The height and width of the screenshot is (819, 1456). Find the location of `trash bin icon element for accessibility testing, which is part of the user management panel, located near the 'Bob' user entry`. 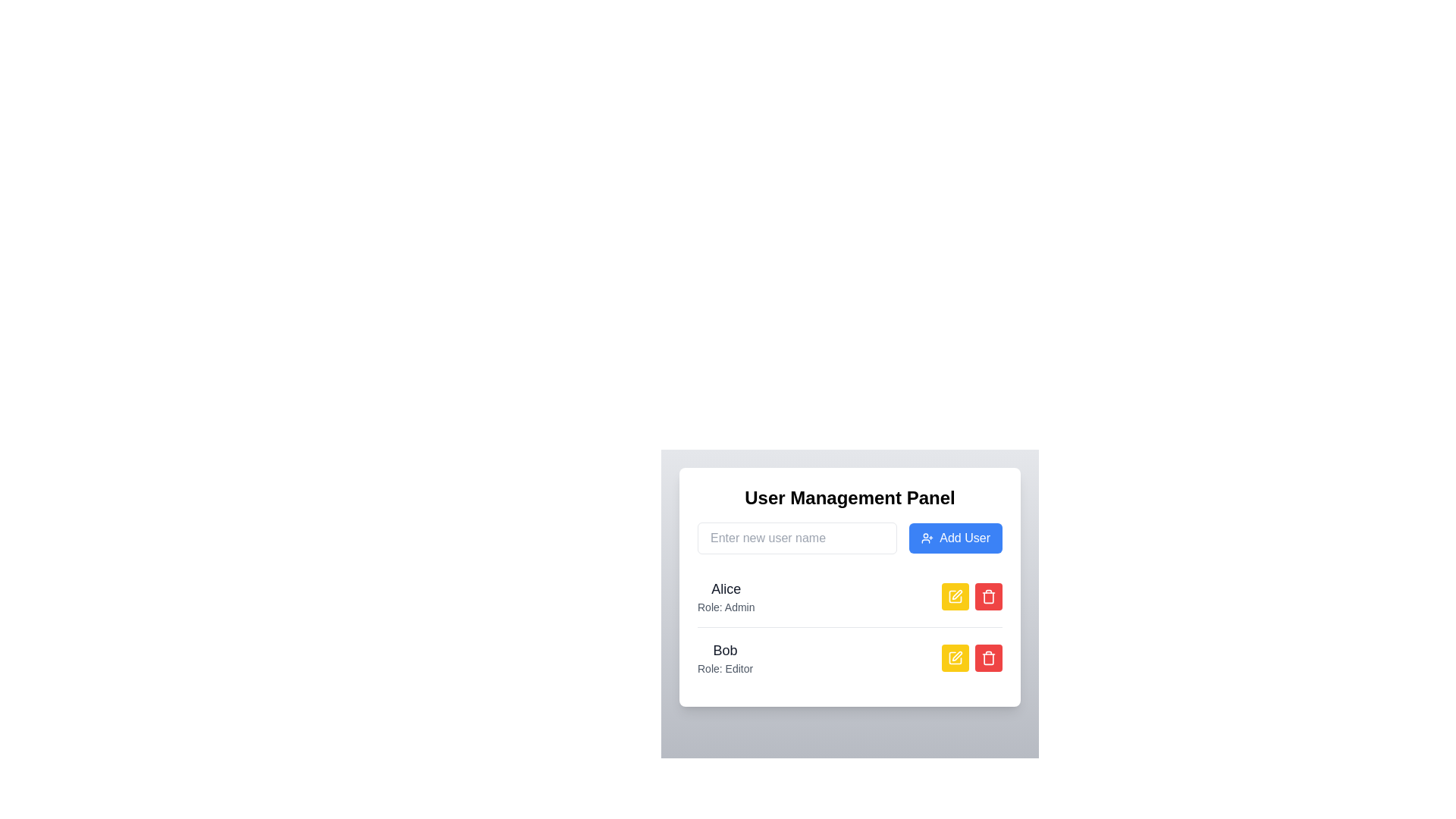

trash bin icon element for accessibility testing, which is part of the user management panel, located near the 'Bob' user entry is located at coordinates (989, 596).